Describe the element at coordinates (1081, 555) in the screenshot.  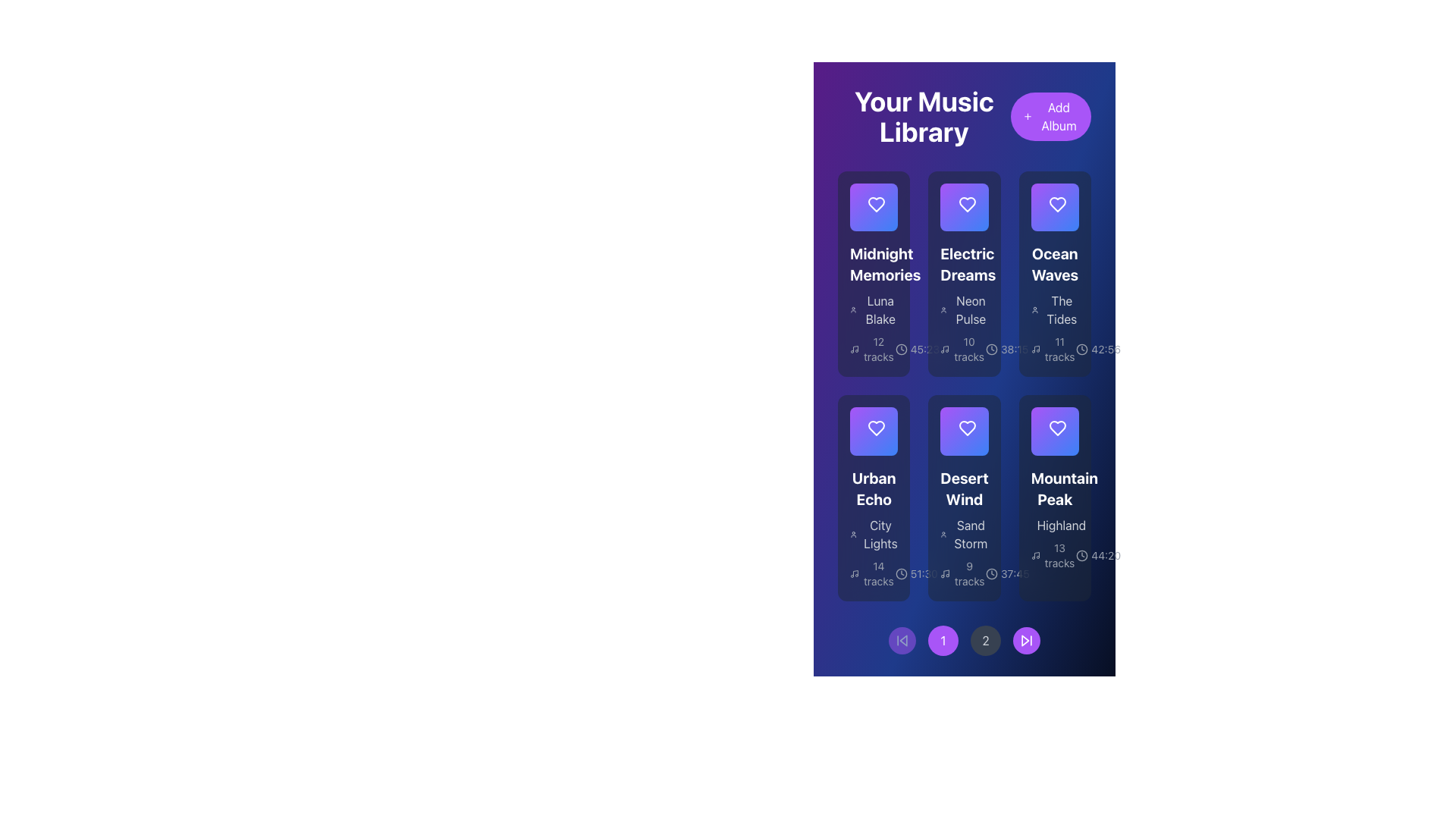
I see `the decorative SVG circle that is styled as part of the clock icon located at the bottom-right corner of the 'Mountain Peak' album card` at that location.